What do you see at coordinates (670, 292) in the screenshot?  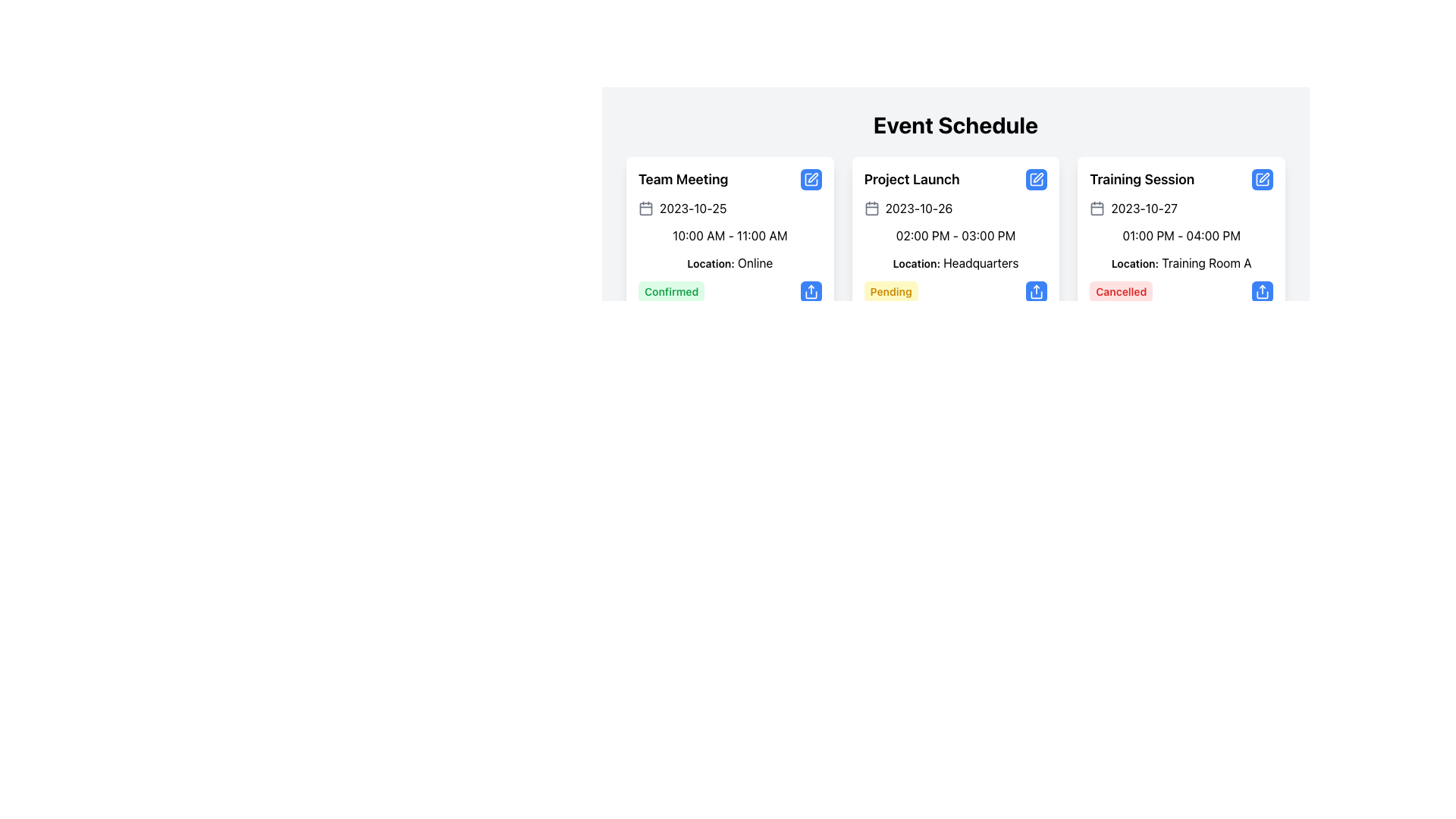 I see `the Badge indicating the event status as 'Confirmed' located in the bottom-left corner of the 'Team Meeting' event card in the 'Event Schedule' interface` at bounding box center [670, 292].